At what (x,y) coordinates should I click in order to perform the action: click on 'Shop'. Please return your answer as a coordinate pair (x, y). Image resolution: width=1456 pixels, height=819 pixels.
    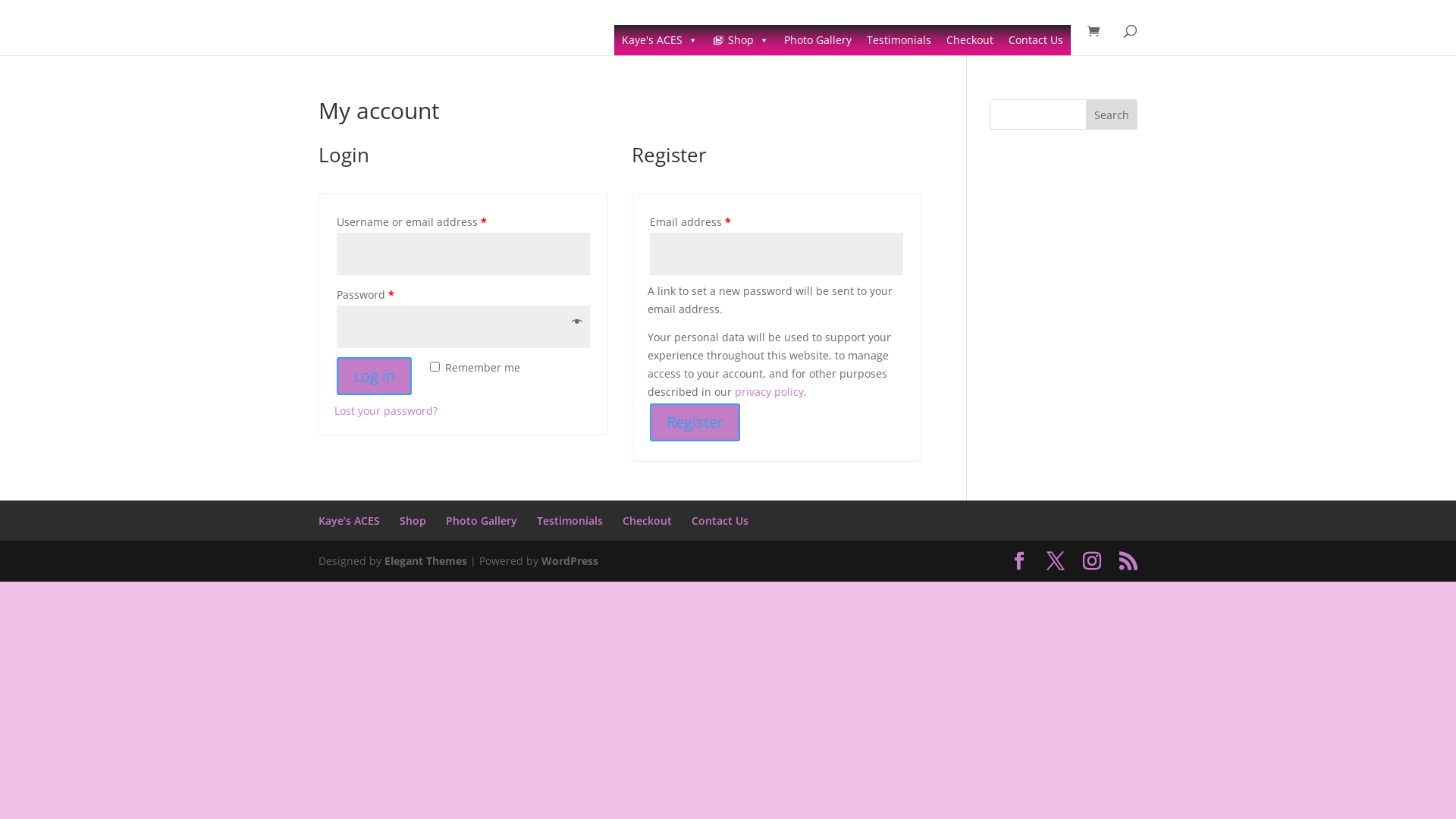
    Looking at the image, I should click on (741, 39).